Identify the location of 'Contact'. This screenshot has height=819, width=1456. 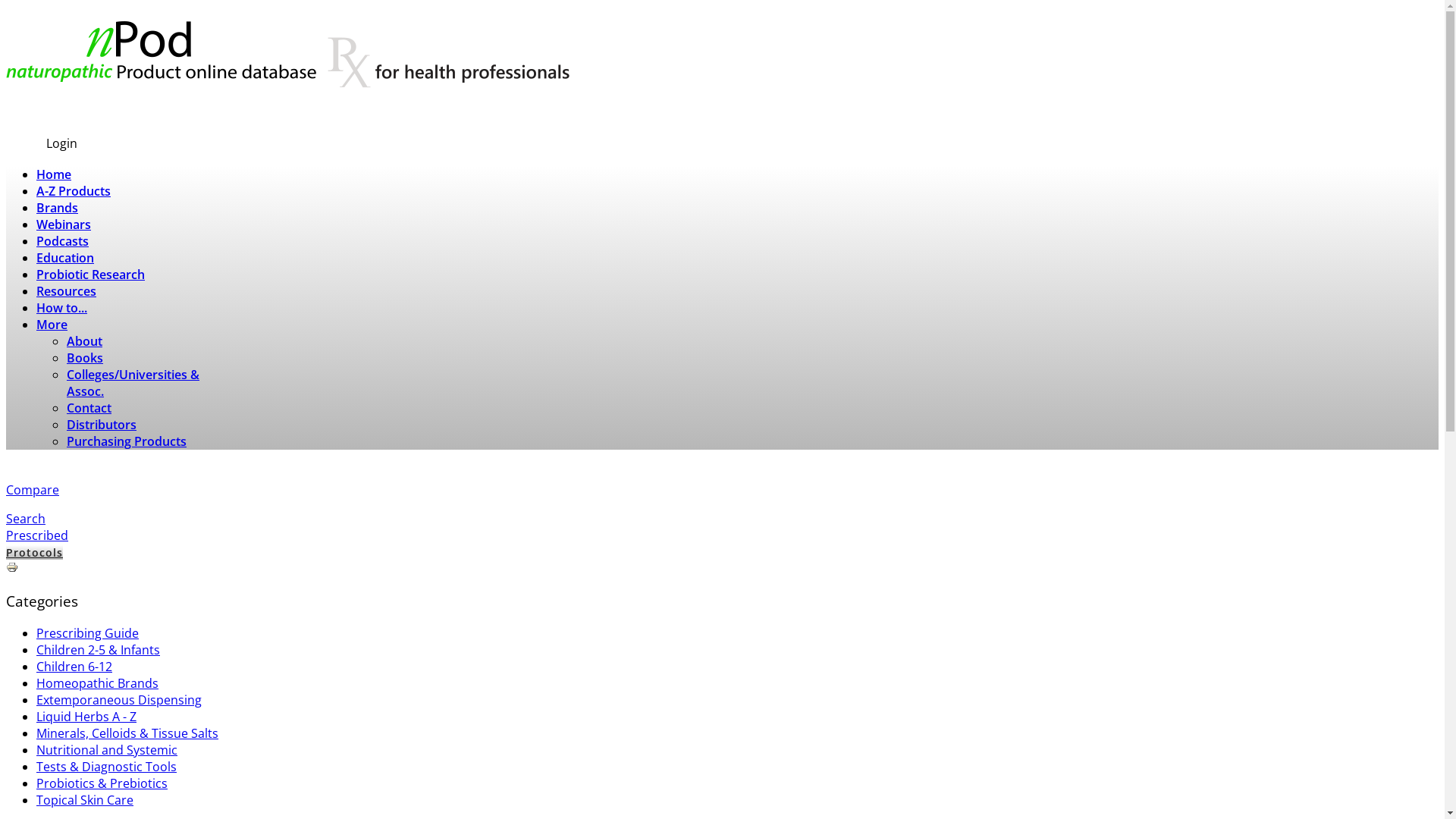
(88, 406).